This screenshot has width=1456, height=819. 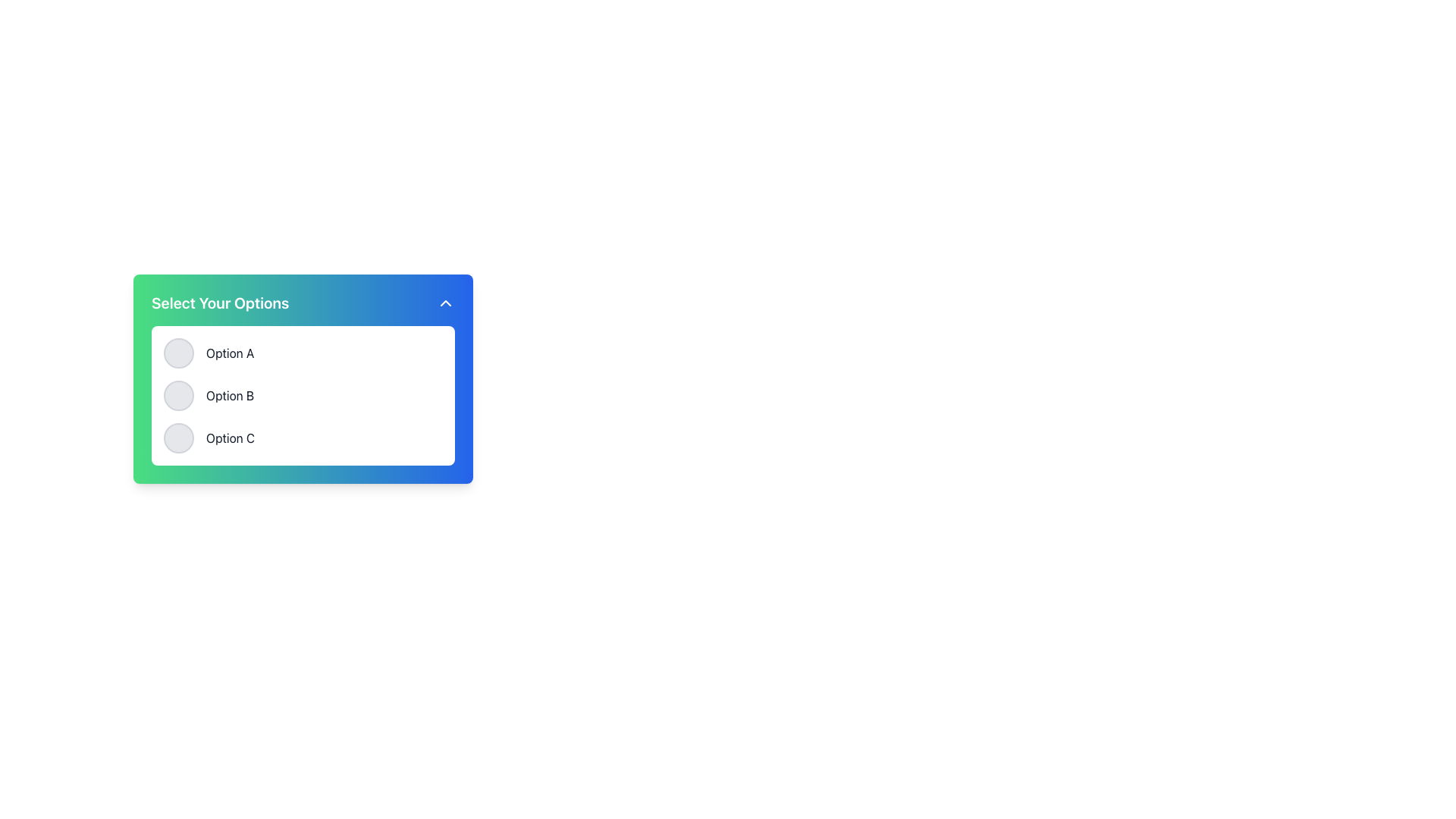 I want to click on the static text label displaying 'Option A', which is the first option in the dropdown interface under 'Select Your Options', so click(x=229, y=353).